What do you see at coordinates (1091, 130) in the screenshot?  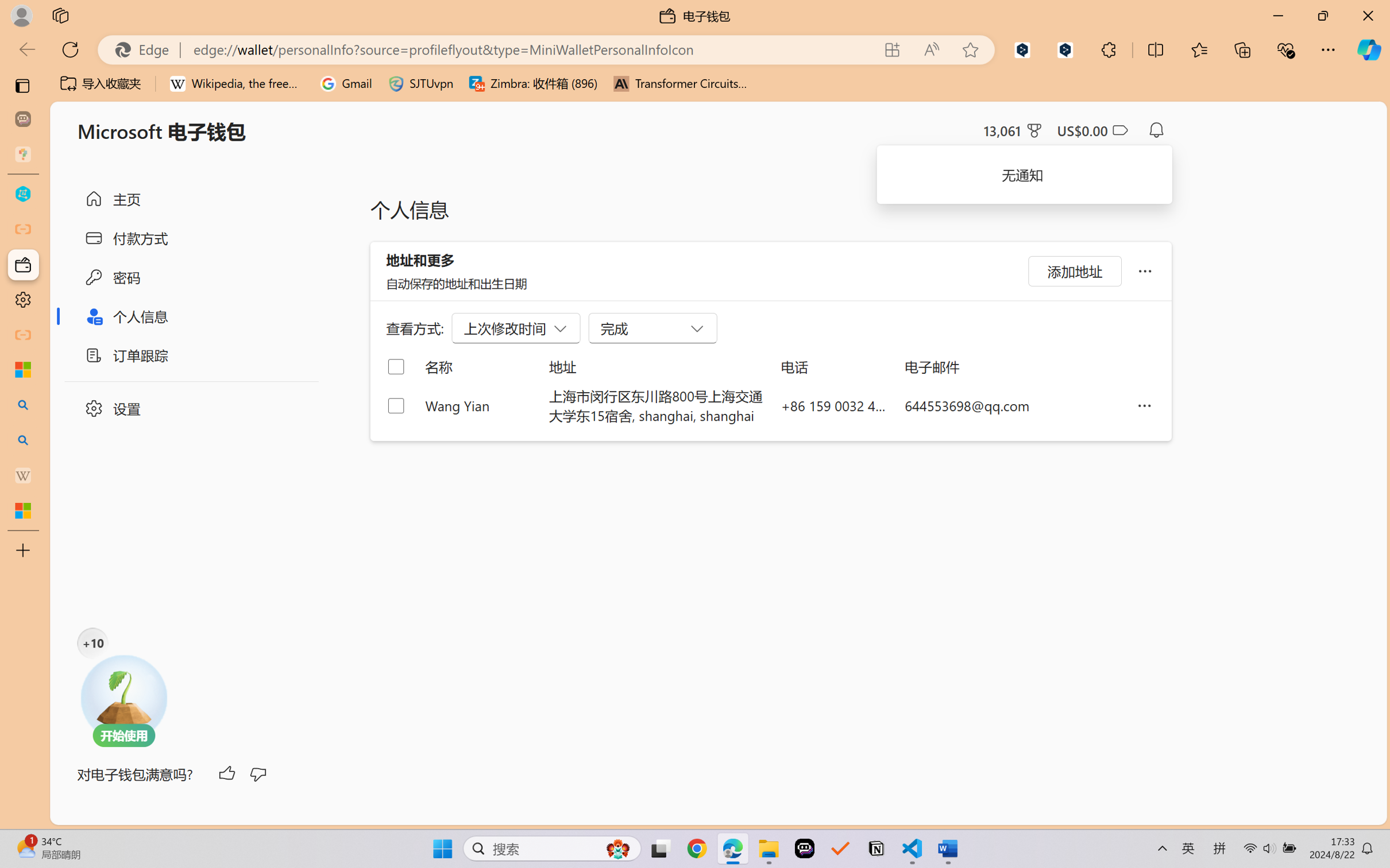 I see `'Microsoft Cashback - US$0.00'` at bounding box center [1091, 130].